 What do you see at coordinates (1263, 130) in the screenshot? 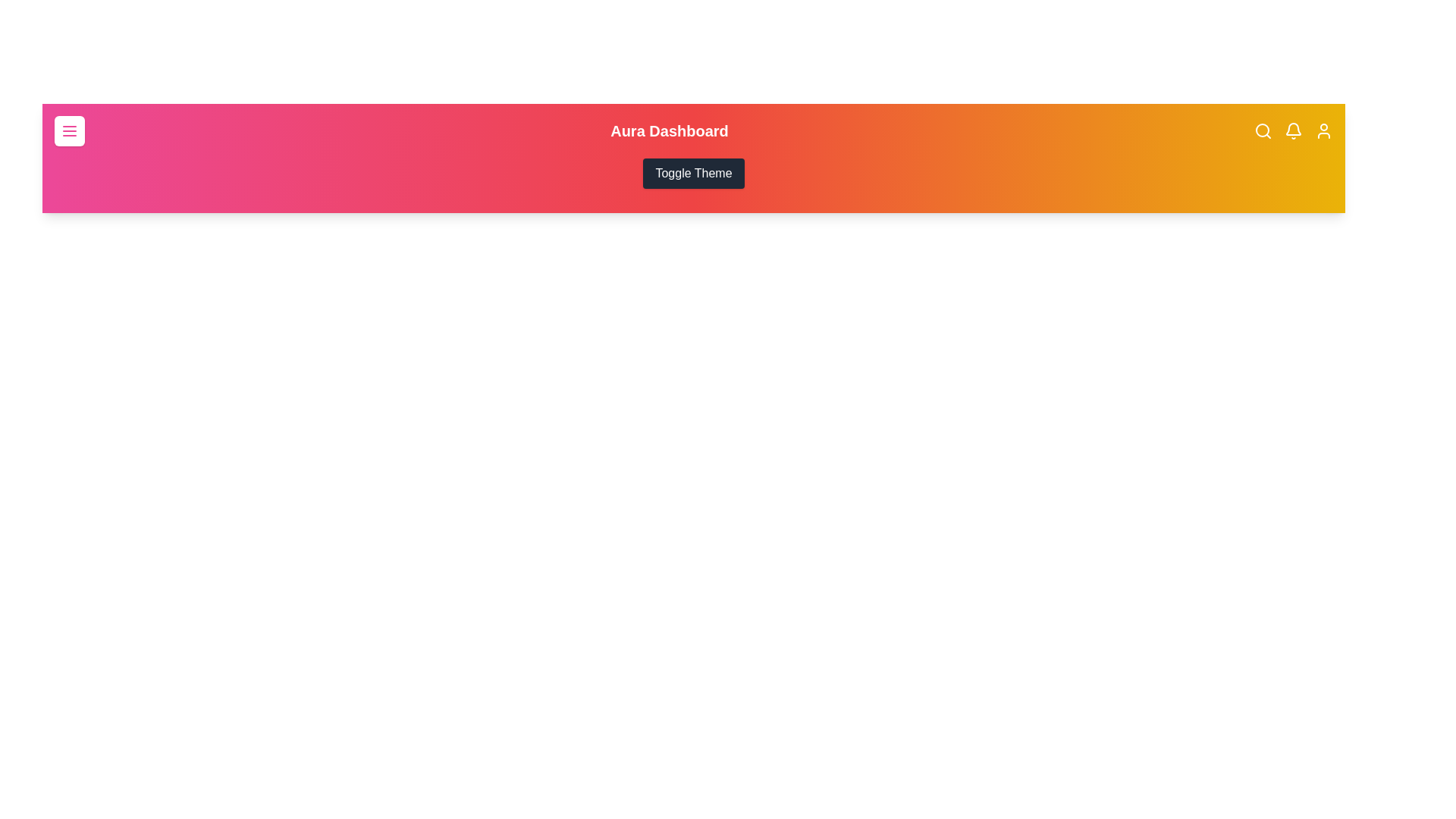
I see `the search icon in the app bar` at bounding box center [1263, 130].